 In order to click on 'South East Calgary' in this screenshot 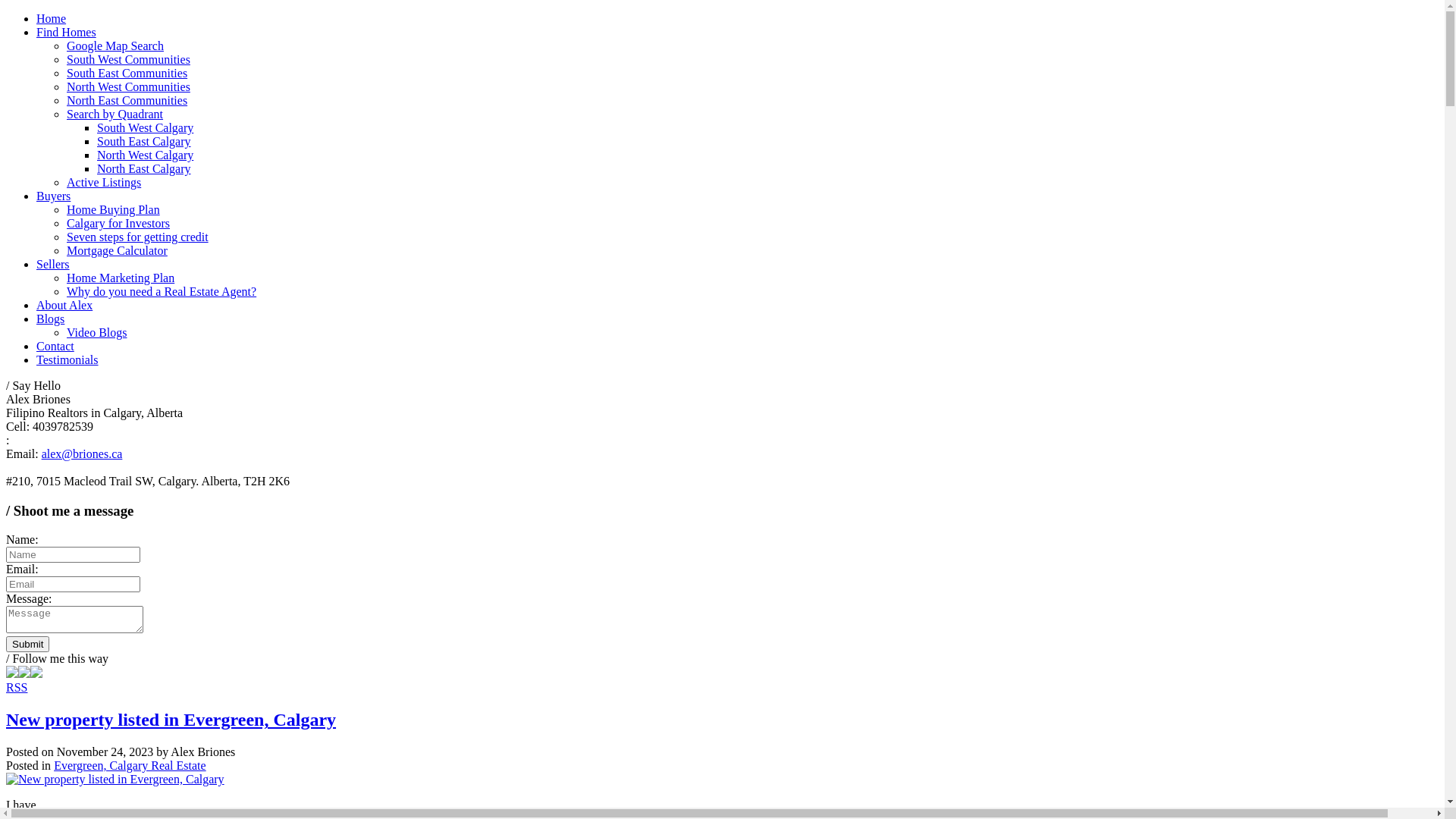, I will do `click(144, 141)`.